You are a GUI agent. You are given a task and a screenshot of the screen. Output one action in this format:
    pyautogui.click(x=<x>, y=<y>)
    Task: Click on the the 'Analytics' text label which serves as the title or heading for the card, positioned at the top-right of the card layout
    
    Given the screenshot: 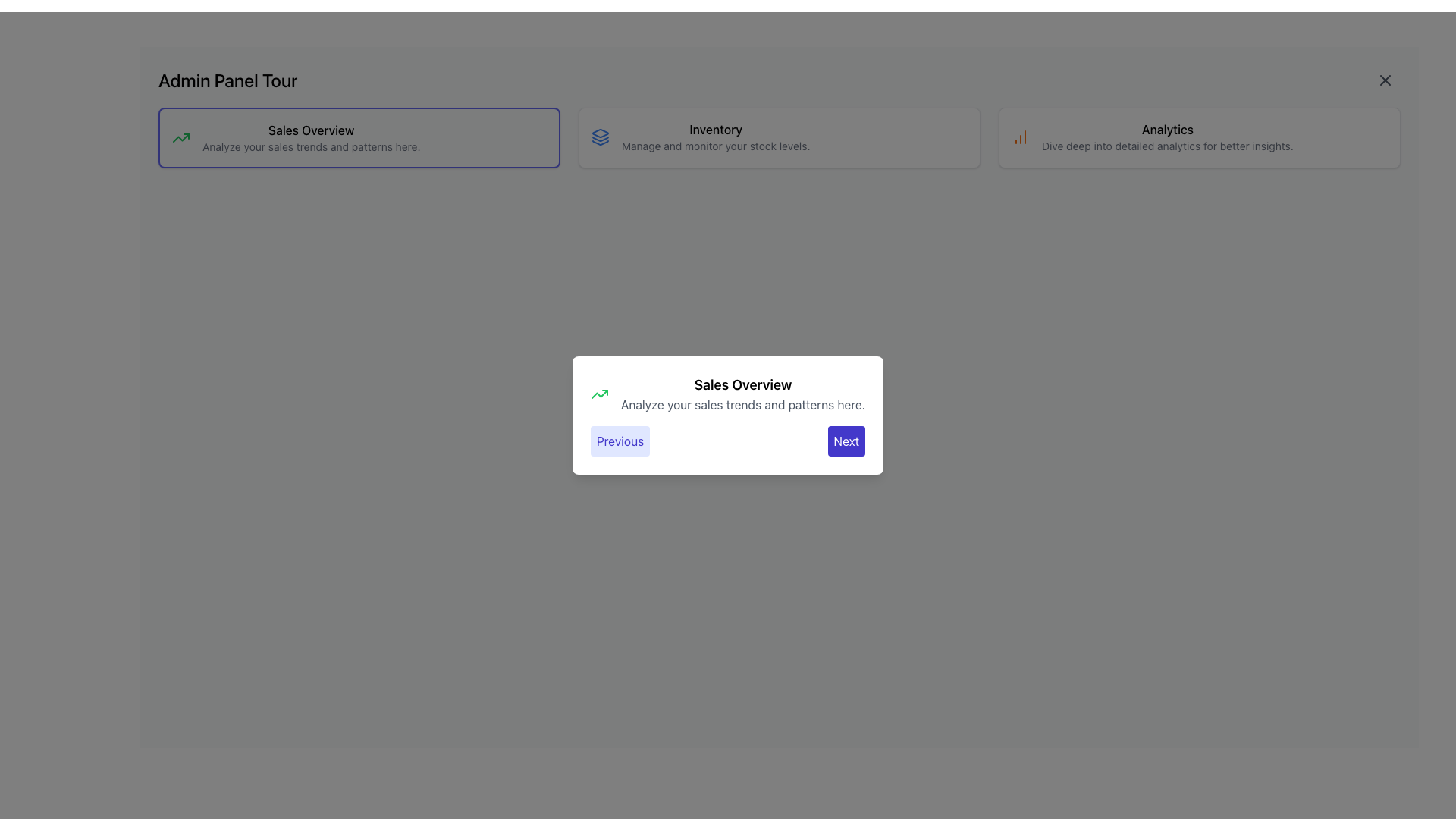 What is the action you would take?
    pyautogui.click(x=1166, y=128)
    